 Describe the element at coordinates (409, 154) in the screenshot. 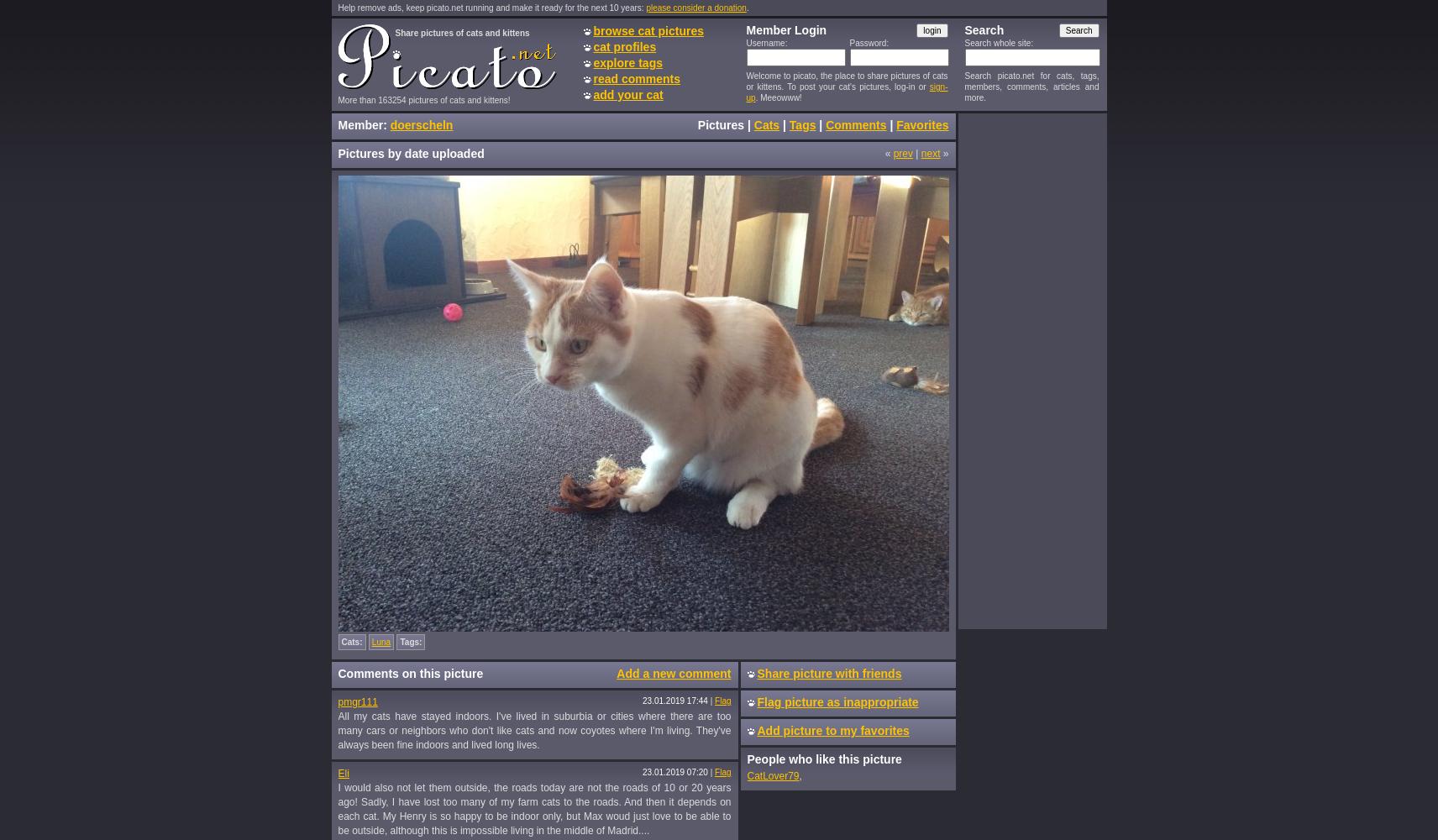

I see `'Pictures by date uploaded'` at that location.